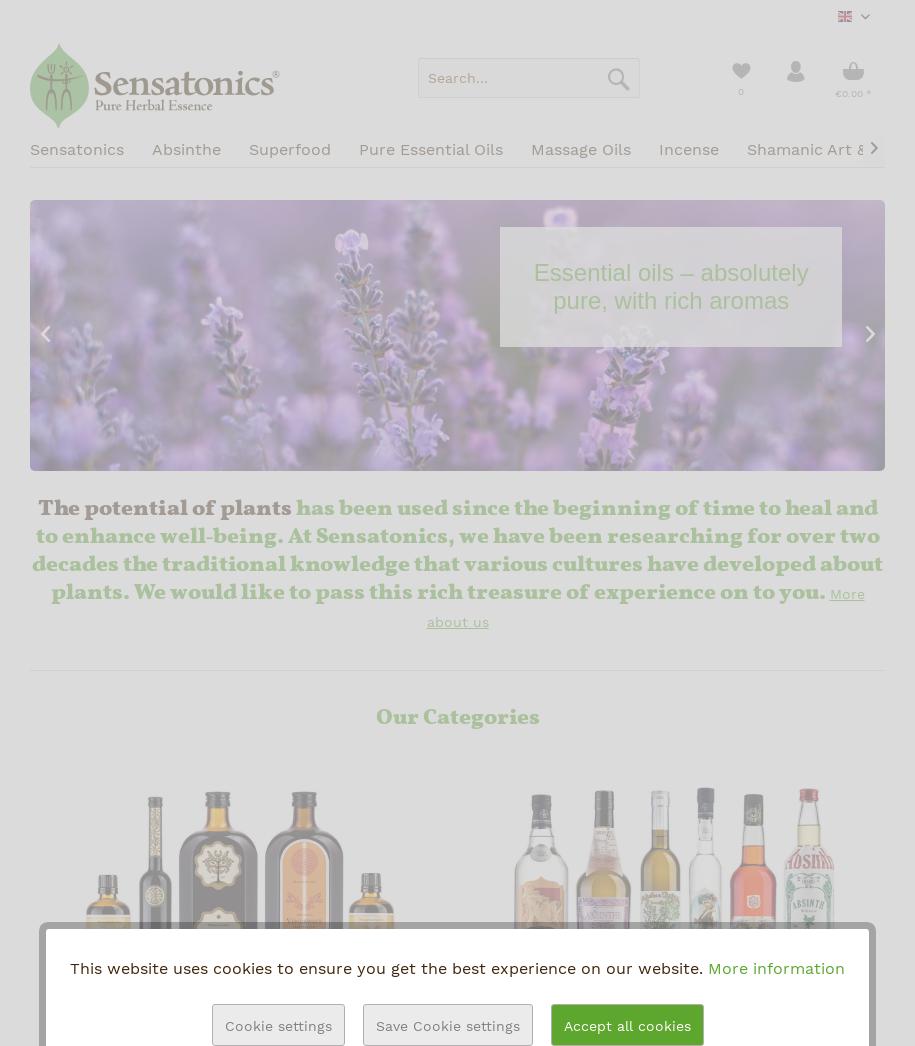 Image resolution: width=915 pixels, height=1046 pixels. Describe the element at coordinates (775, 967) in the screenshot. I see `'More information'` at that location.